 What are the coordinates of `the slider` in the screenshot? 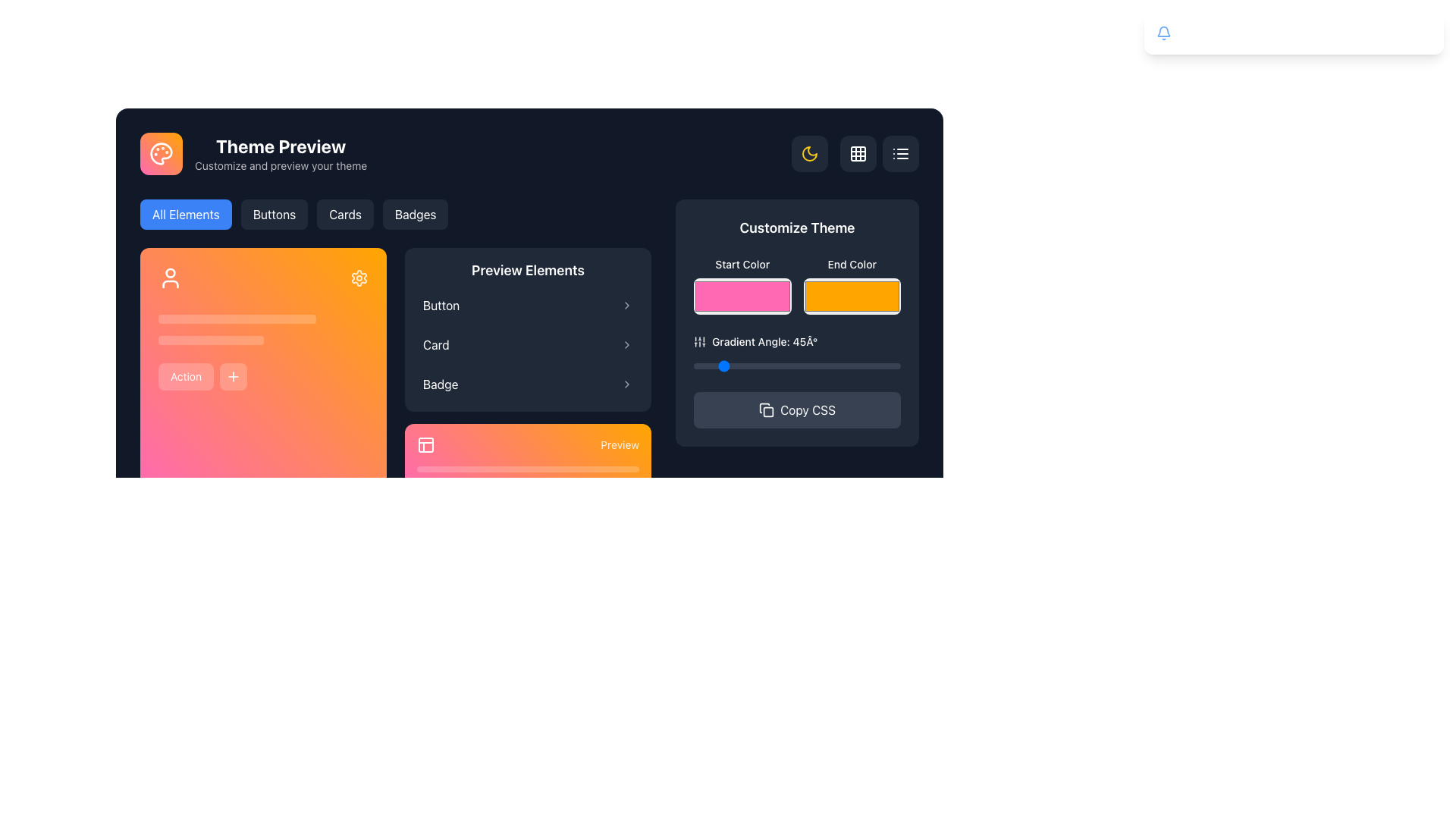 It's located at (168, 318).